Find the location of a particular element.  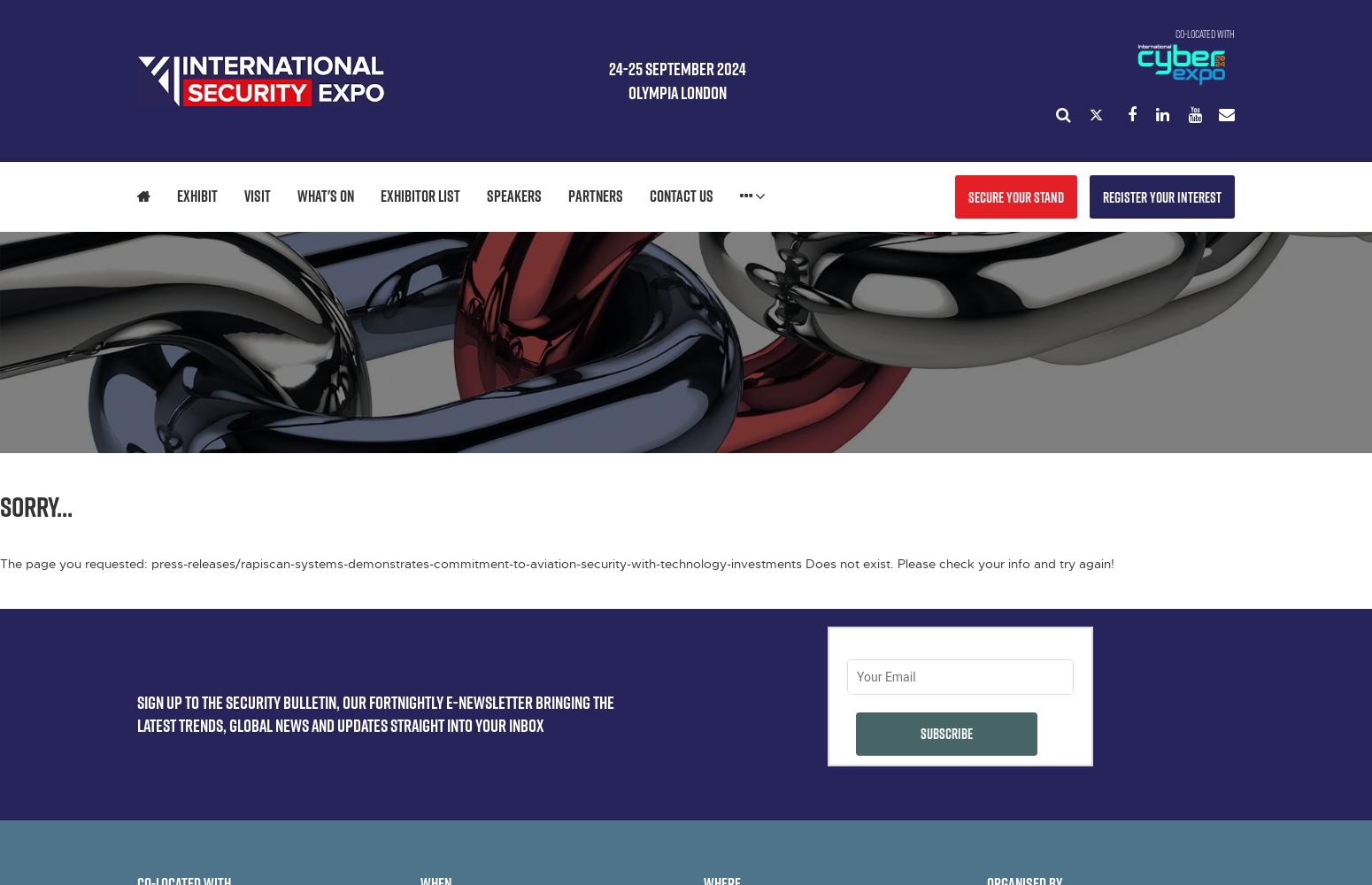

'DEMONSTRATIONS' is located at coordinates (382, 414).